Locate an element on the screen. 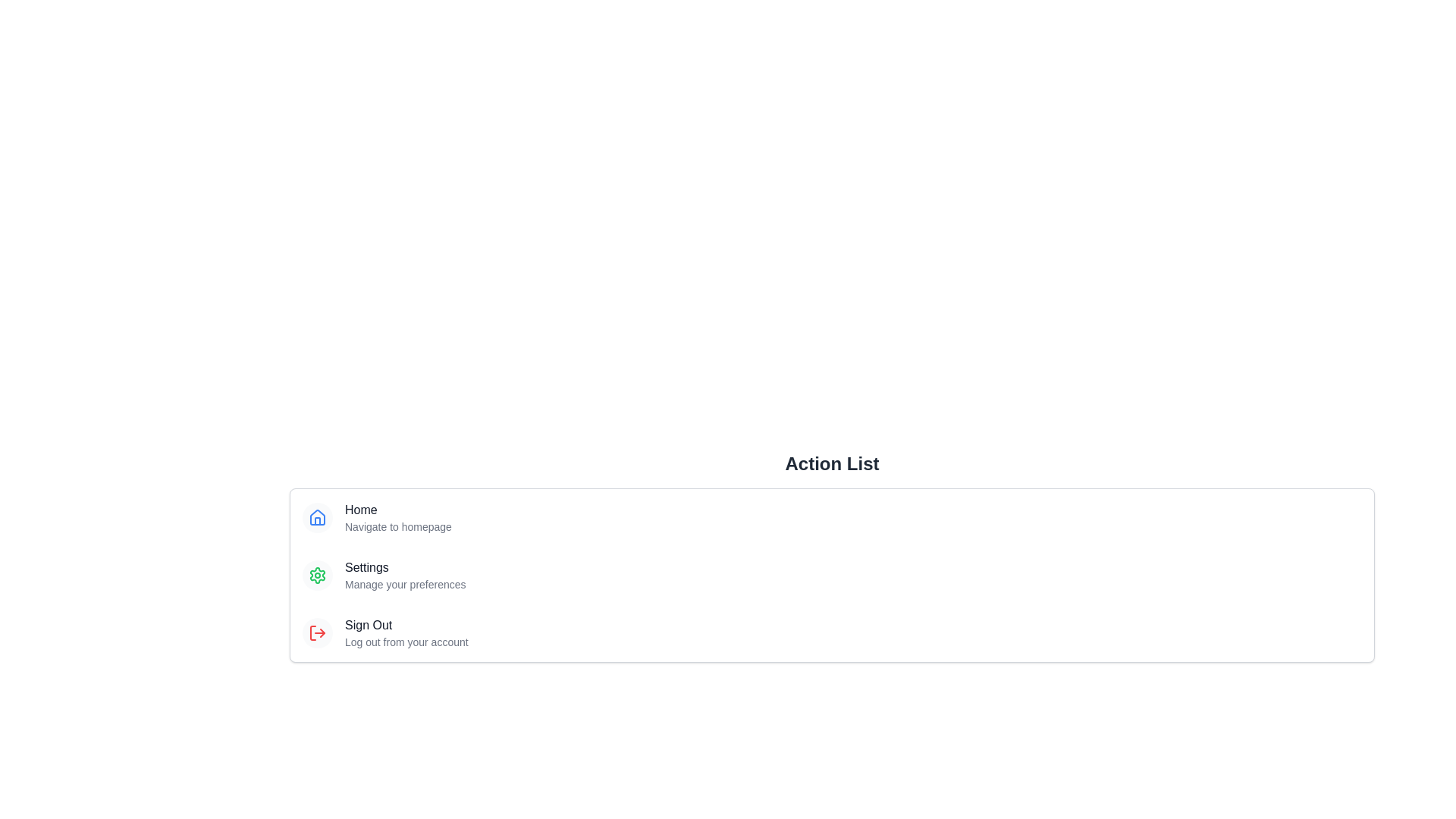 Image resolution: width=1456 pixels, height=819 pixels. the 'Settings' icon located to the left of the 'Settings' text in the second list item of a vertical list of options is located at coordinates (316, 576).